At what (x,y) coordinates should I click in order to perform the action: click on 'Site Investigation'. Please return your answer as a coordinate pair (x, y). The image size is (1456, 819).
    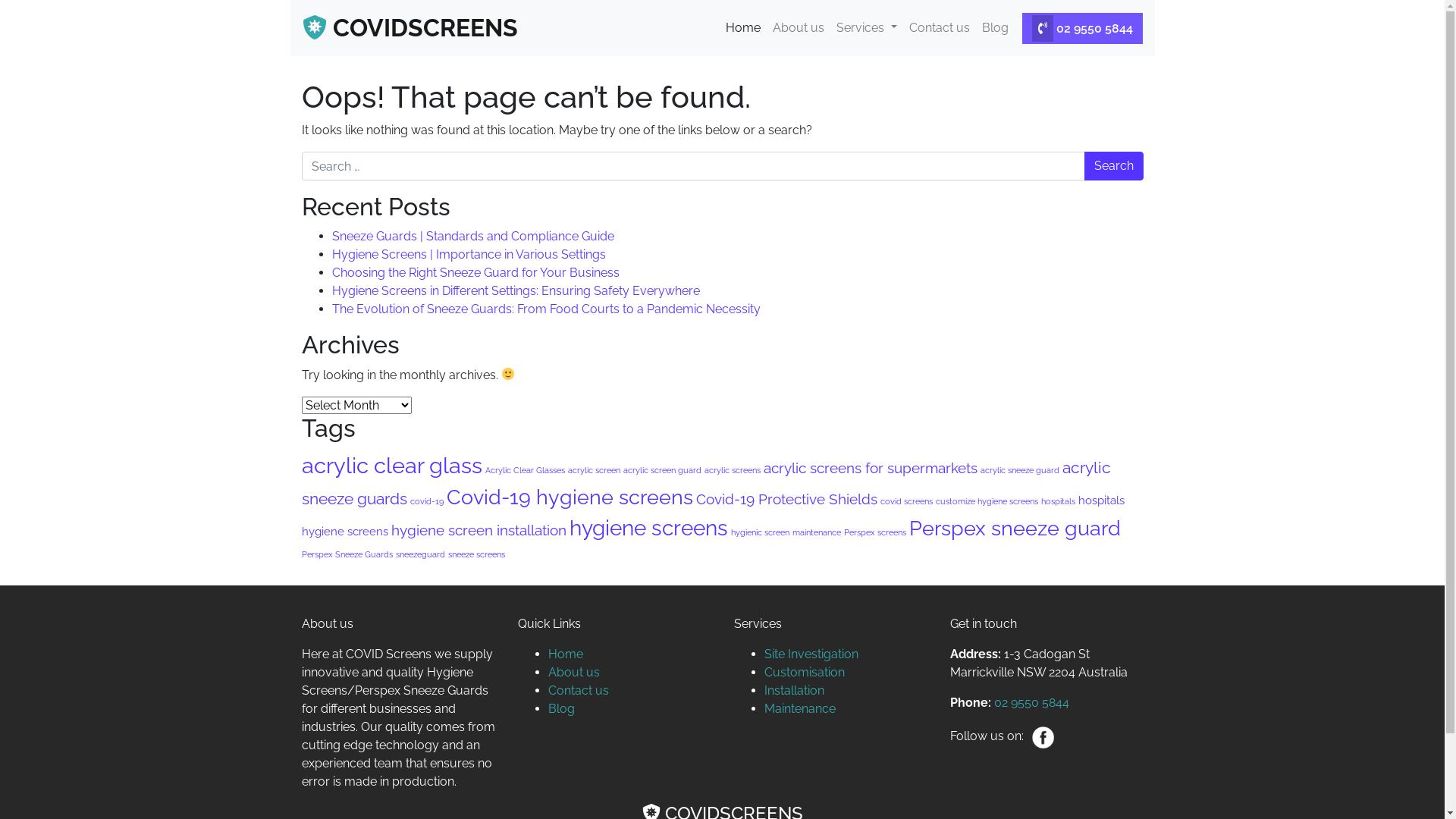
    Looking at the image, I should click on (764, 653).